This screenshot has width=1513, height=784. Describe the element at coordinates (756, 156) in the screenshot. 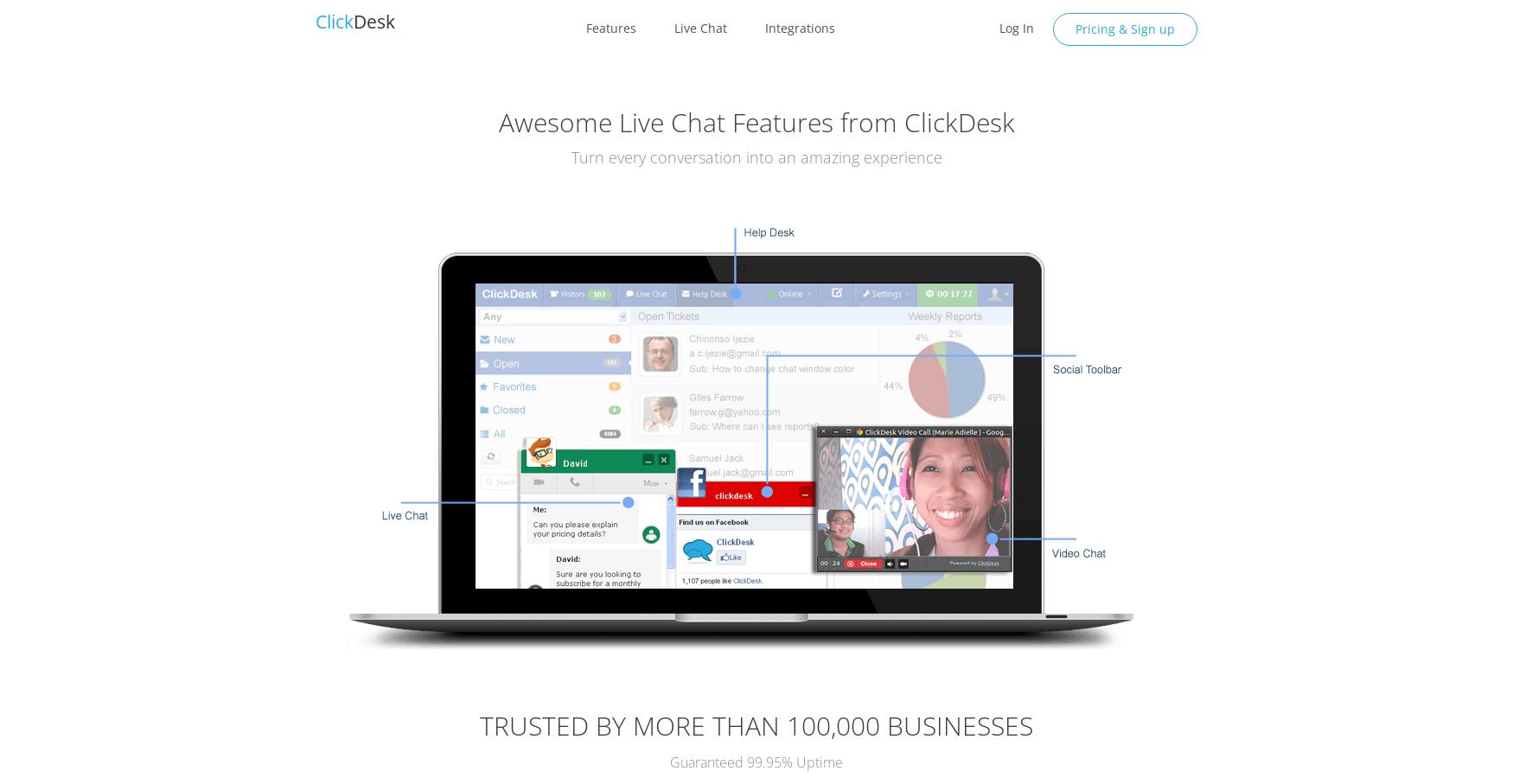

I see `'Turn every conversation into an amazing experience'` at that location.